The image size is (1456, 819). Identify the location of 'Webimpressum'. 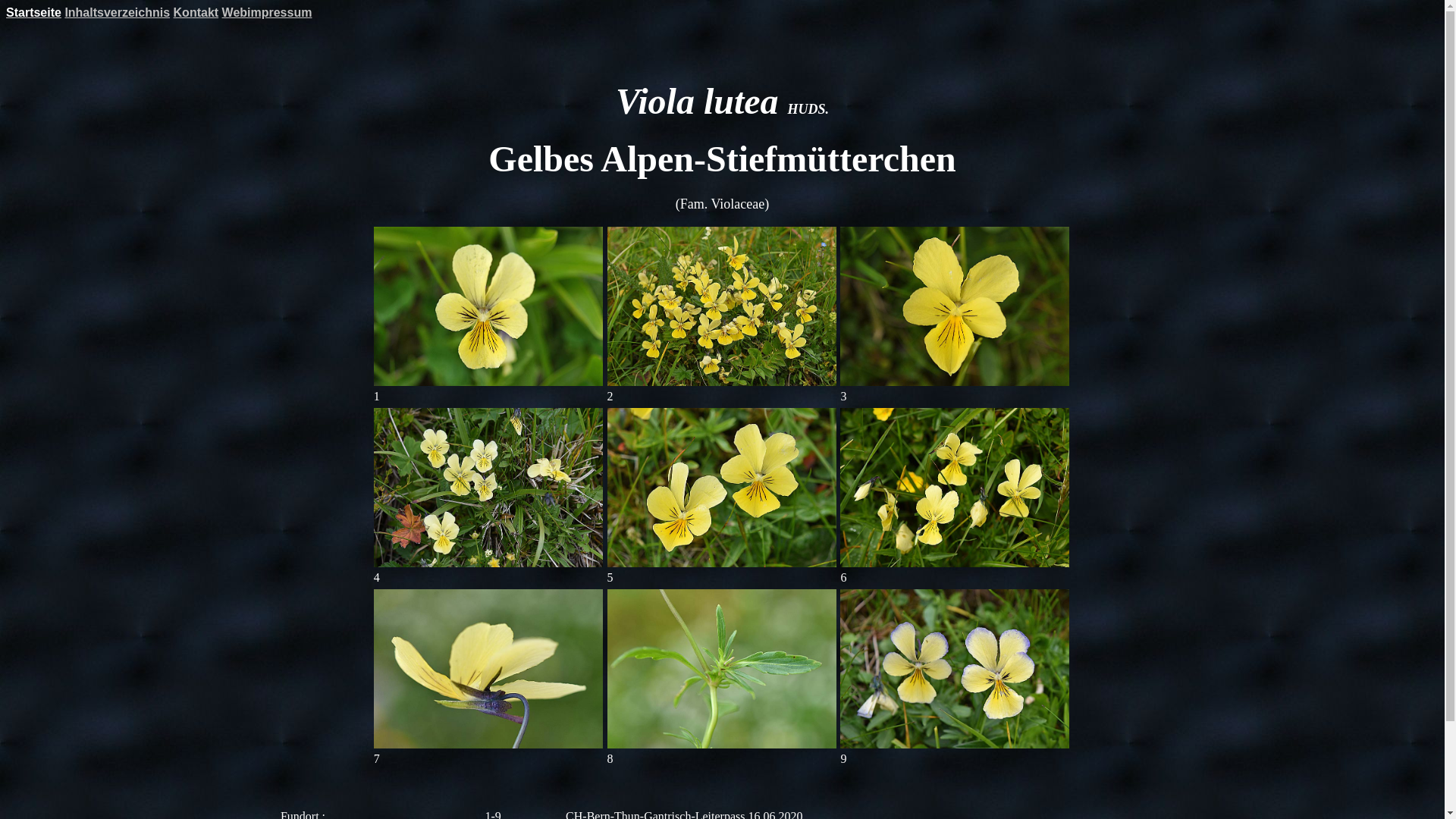
(267, 12).